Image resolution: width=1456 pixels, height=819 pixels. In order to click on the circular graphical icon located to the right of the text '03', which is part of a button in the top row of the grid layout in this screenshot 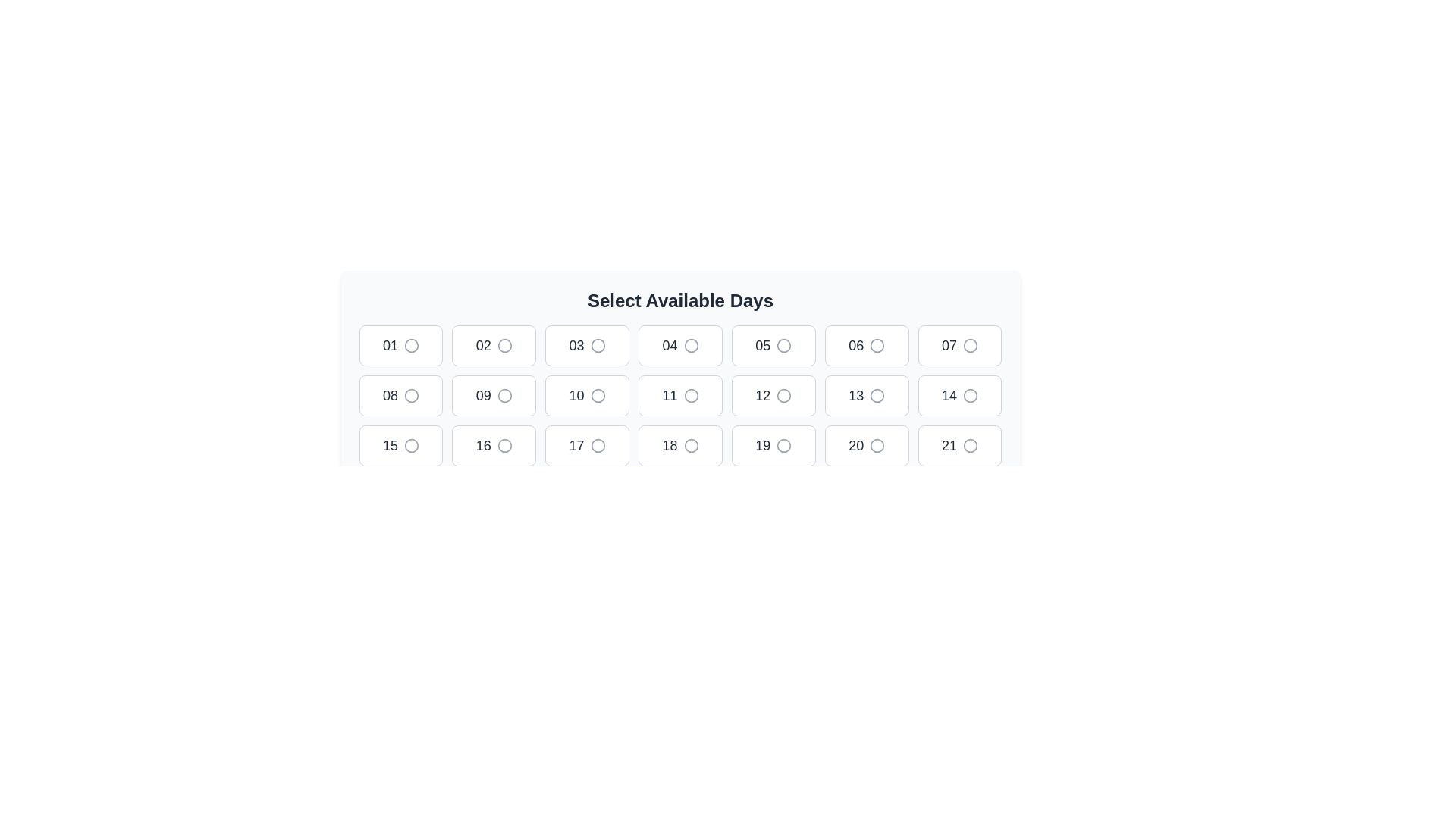, I will do `click(597, 345)`.